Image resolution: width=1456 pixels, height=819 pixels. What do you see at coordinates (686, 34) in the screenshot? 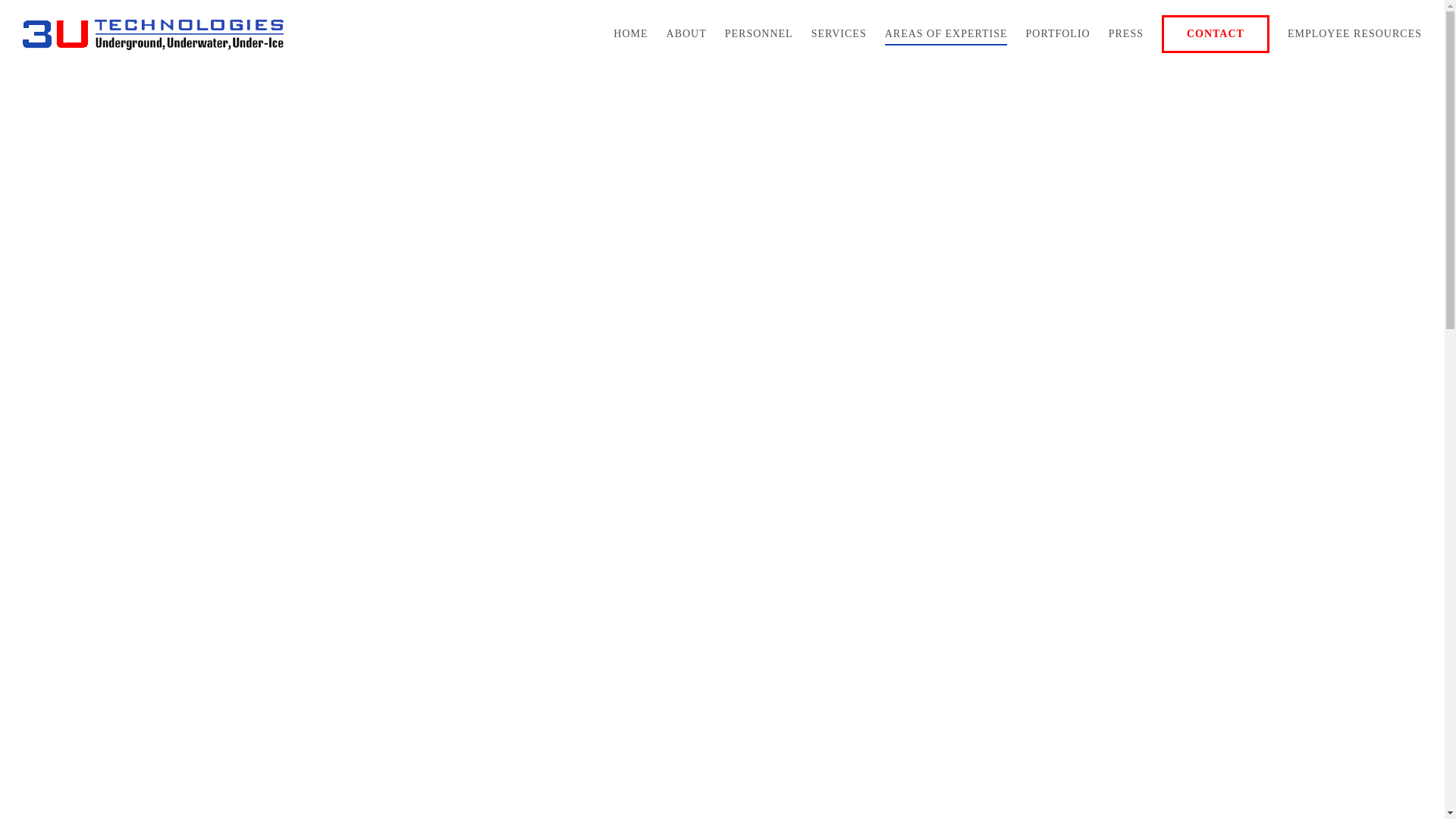
I see `'ABOUT'` at bounding box center [686, 34].